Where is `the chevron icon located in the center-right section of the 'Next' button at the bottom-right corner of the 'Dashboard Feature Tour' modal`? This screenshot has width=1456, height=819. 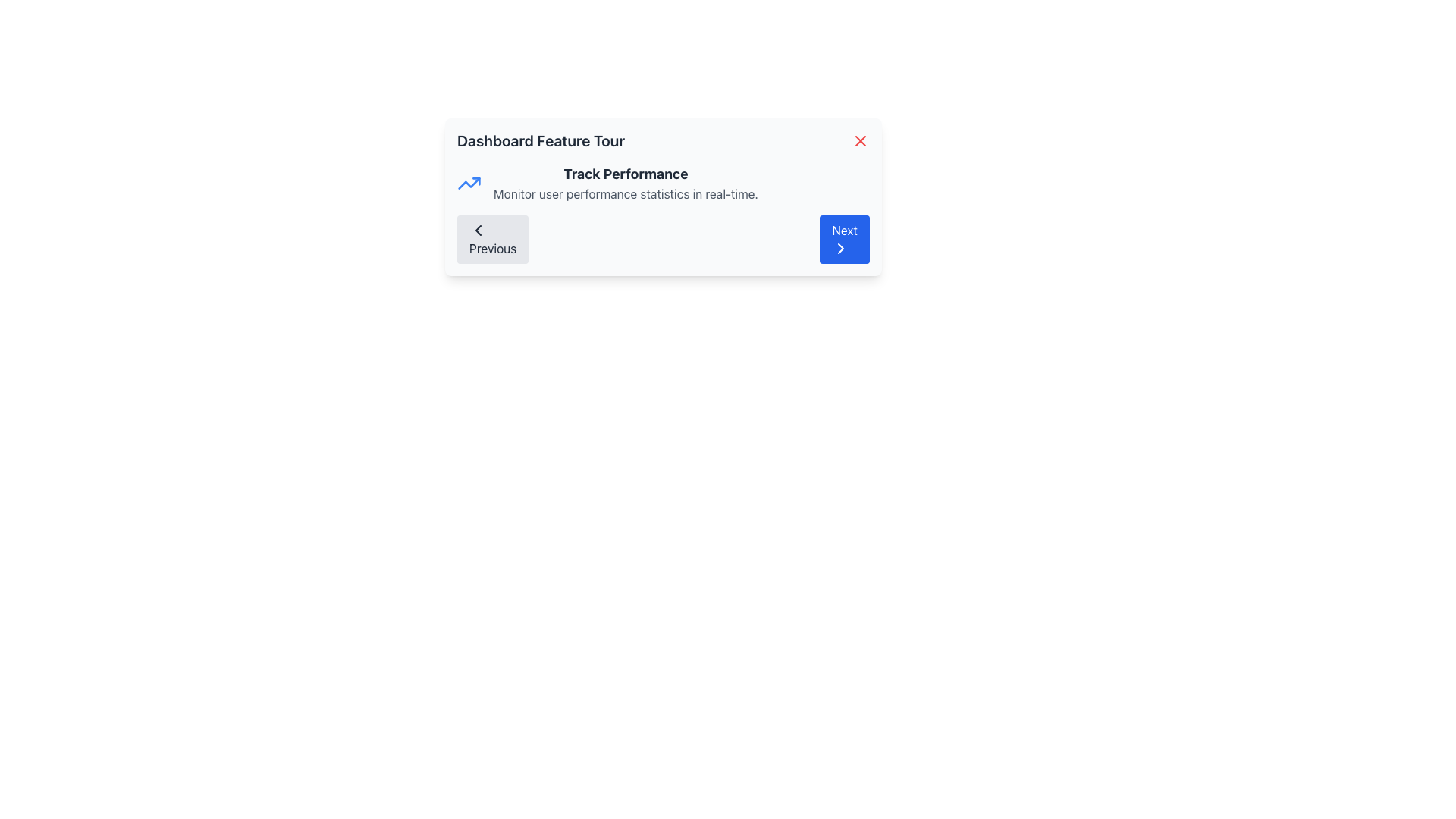
the chevron icon located in the center-right section of the 'Next' button at the bottom-right corner of the 'Dashboard Feature Tour' modal is located at coordinates (840, 247).